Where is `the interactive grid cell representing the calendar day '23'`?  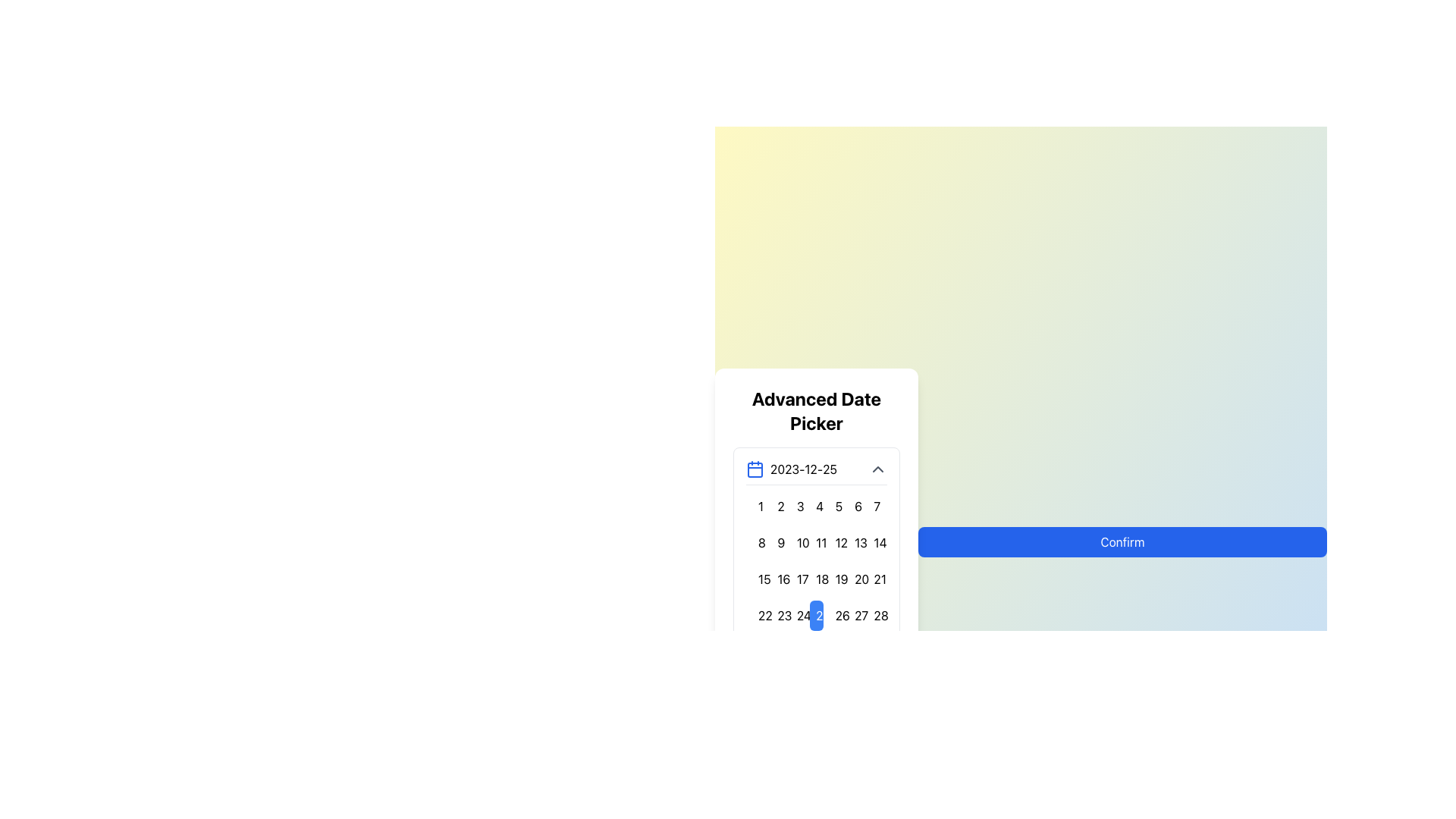 the interactive grid cell representing the calendar day '23' is located at coordinates (778, 615).